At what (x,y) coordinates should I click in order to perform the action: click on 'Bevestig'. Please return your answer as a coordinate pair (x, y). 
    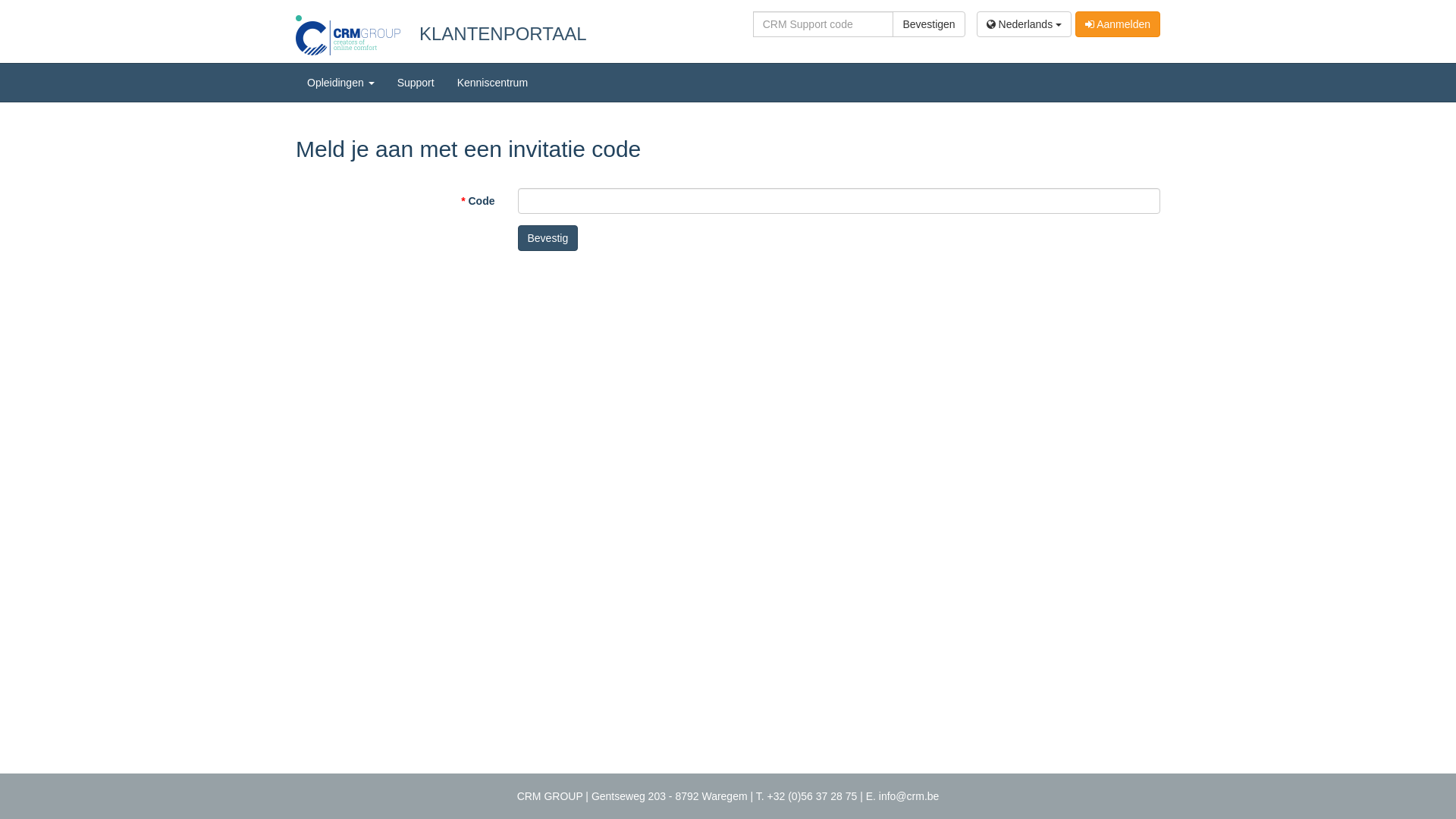
    Looking at the image, I should click on (546, 237).